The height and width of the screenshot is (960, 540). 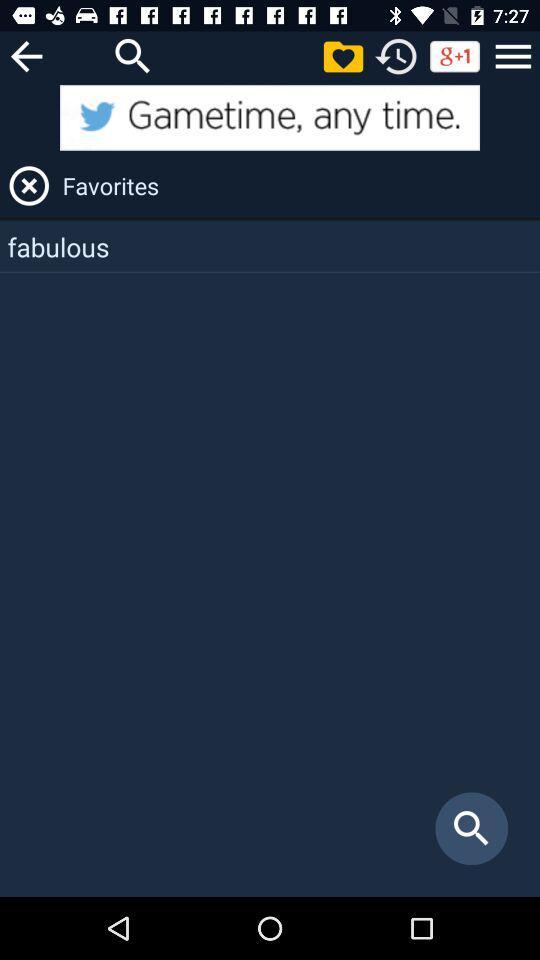 I want to click on x, so click(x=28, y=185).